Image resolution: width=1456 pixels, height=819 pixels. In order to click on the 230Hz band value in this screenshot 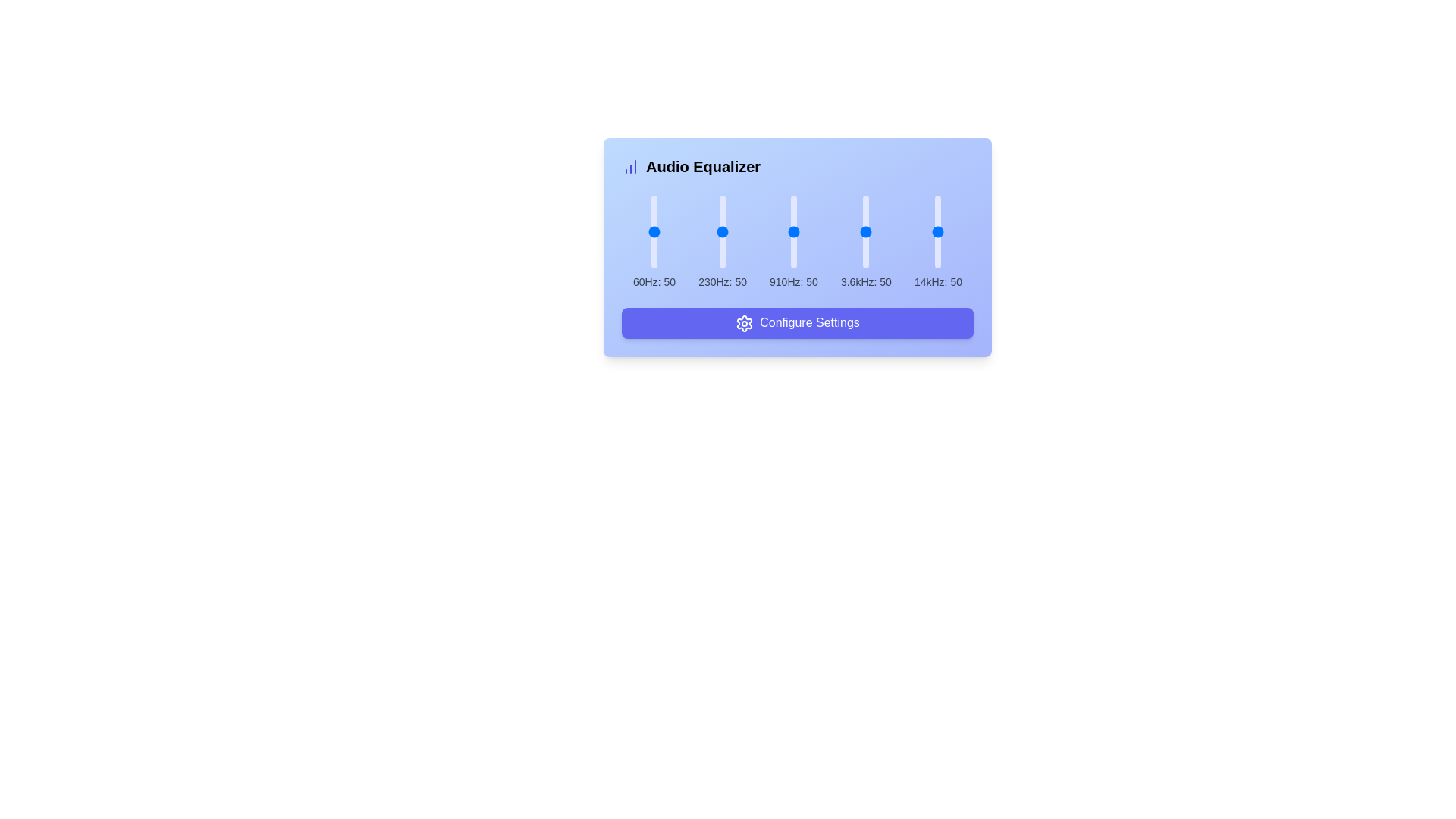, I will do `click(722, 202)`.